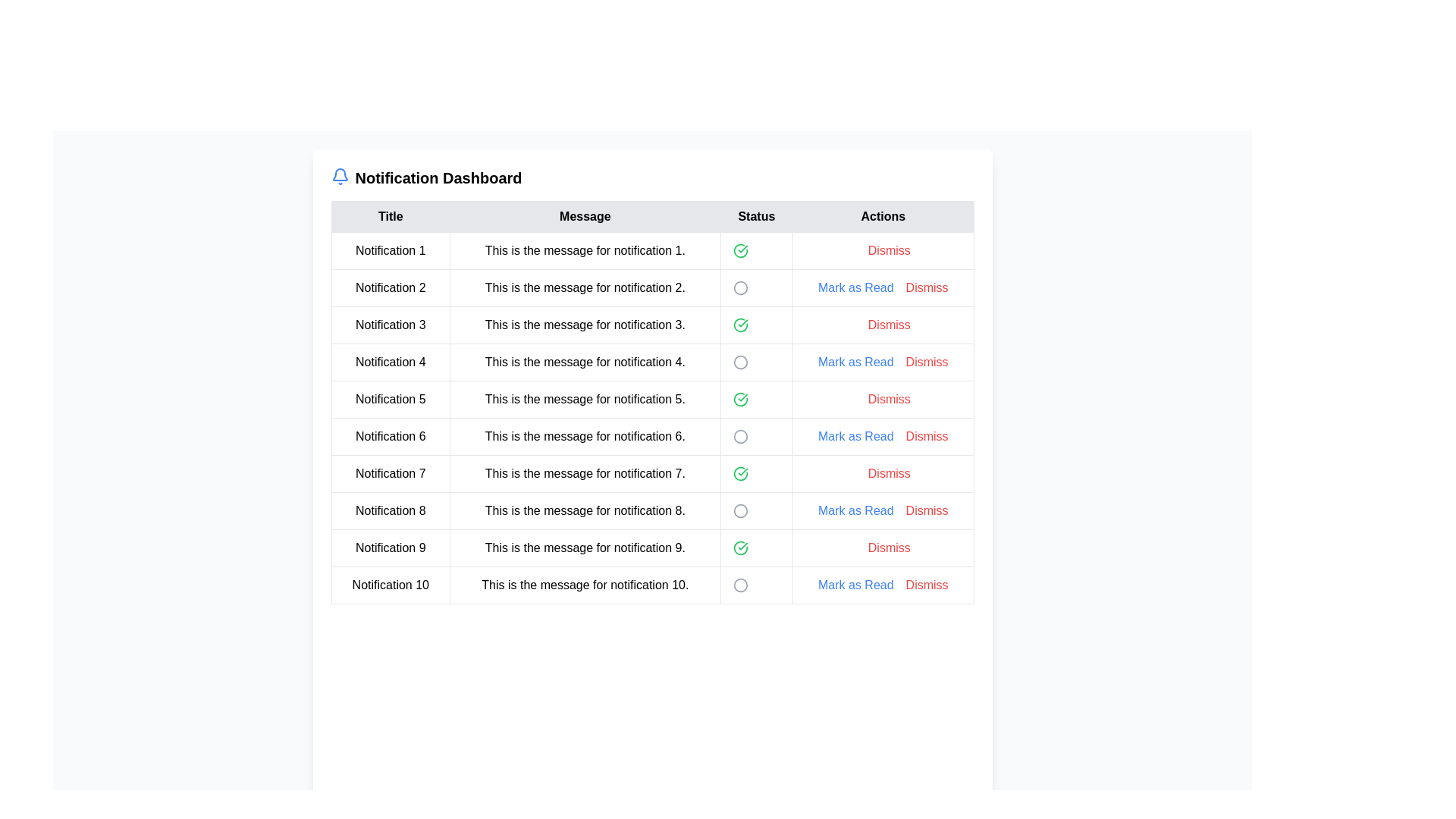 The height and width of the screenshot is (819, 1456). Describe the element at coordinates (438, 177) in the screenshot. I see `the prominent bold text header reading 'Notification Dashboard' located to the right of the bell icon at the top section of the interface` at that location.